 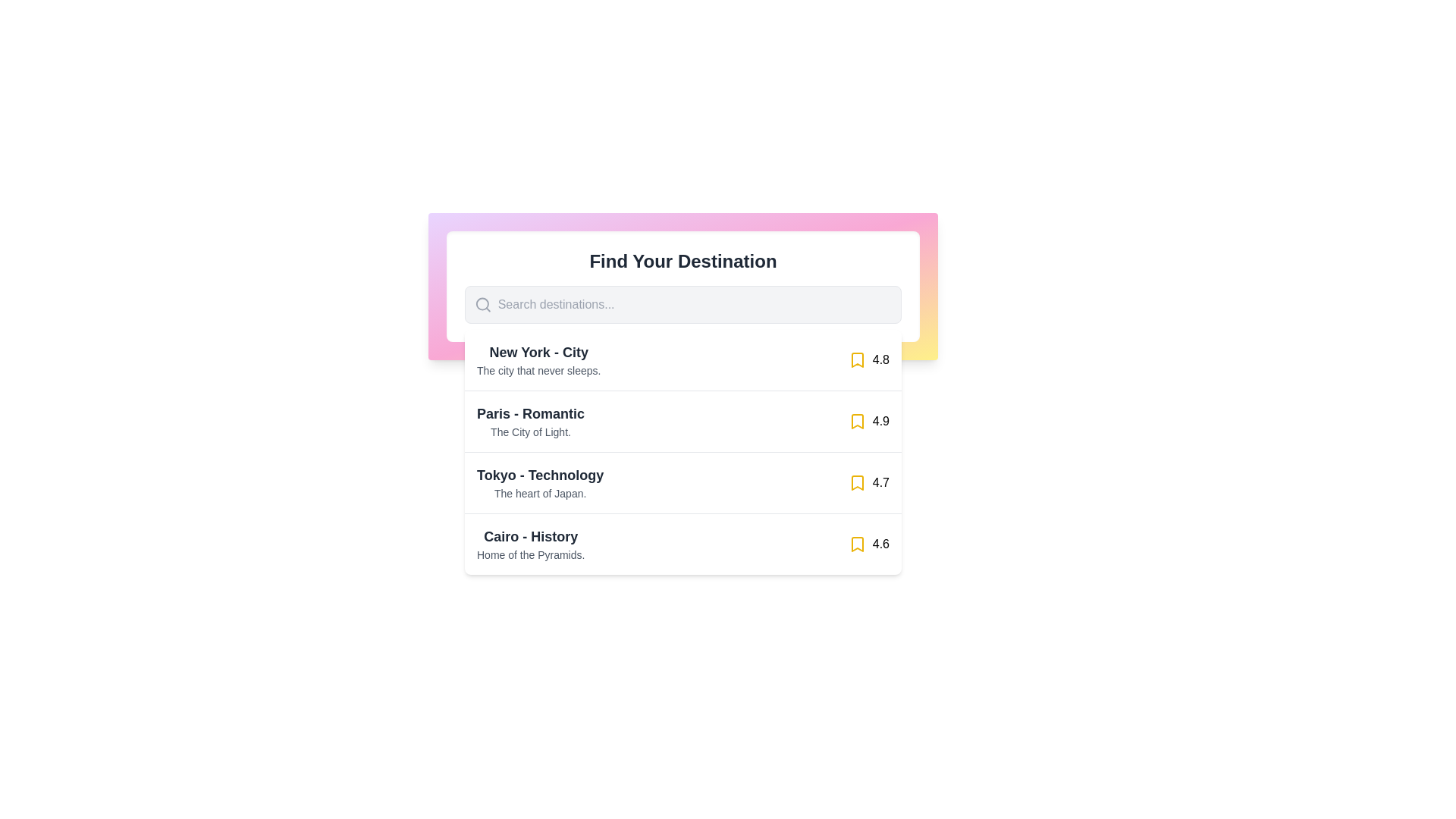 What do you see at coordinates (482, 304) in the screenshot?
I see `the search icon located to the far left inside the rounded input field before the 'Search destinations...' text input placeholder` at bounding box center [482, 304].